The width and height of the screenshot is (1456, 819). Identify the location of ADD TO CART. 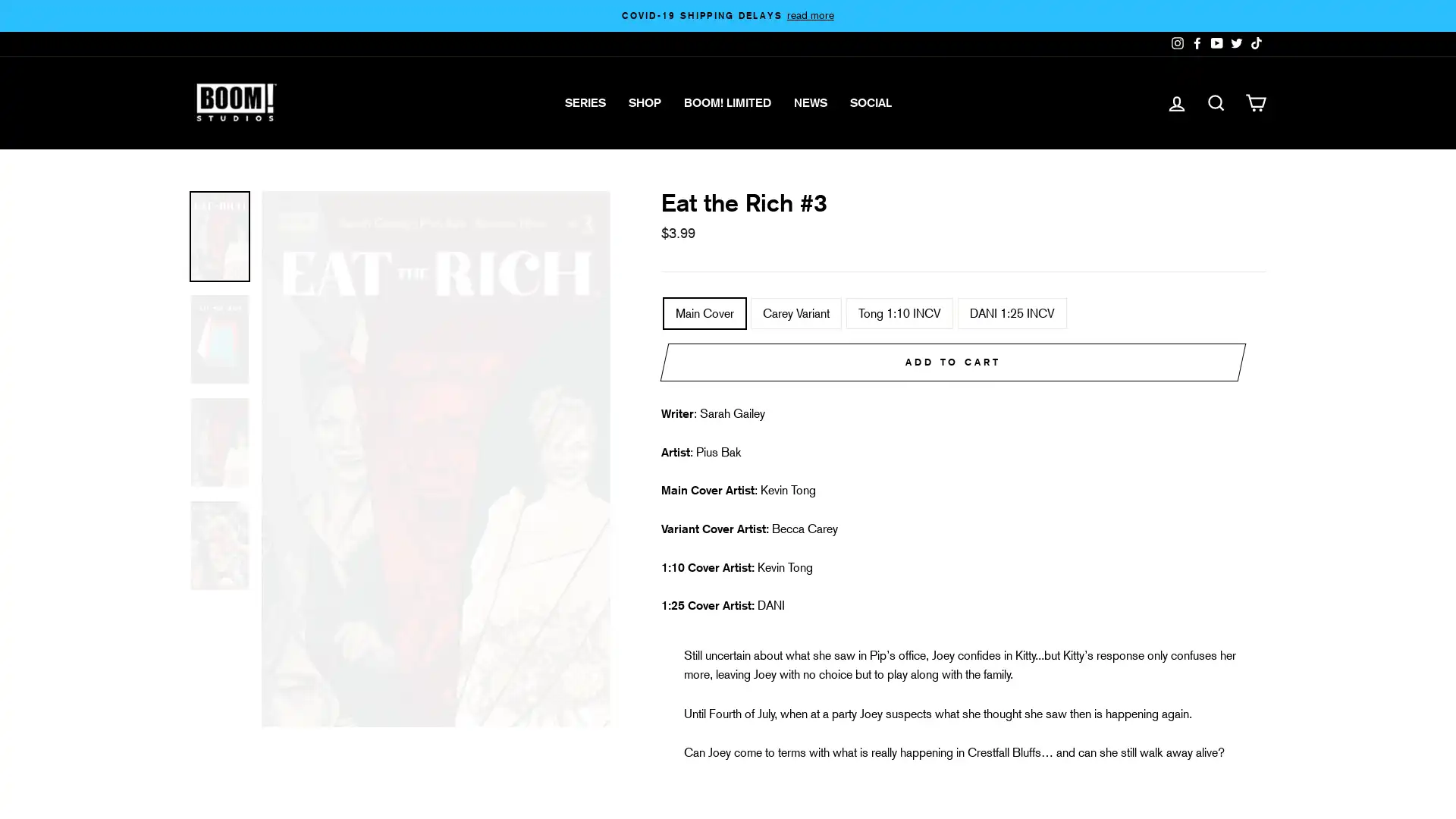
(952, 362).